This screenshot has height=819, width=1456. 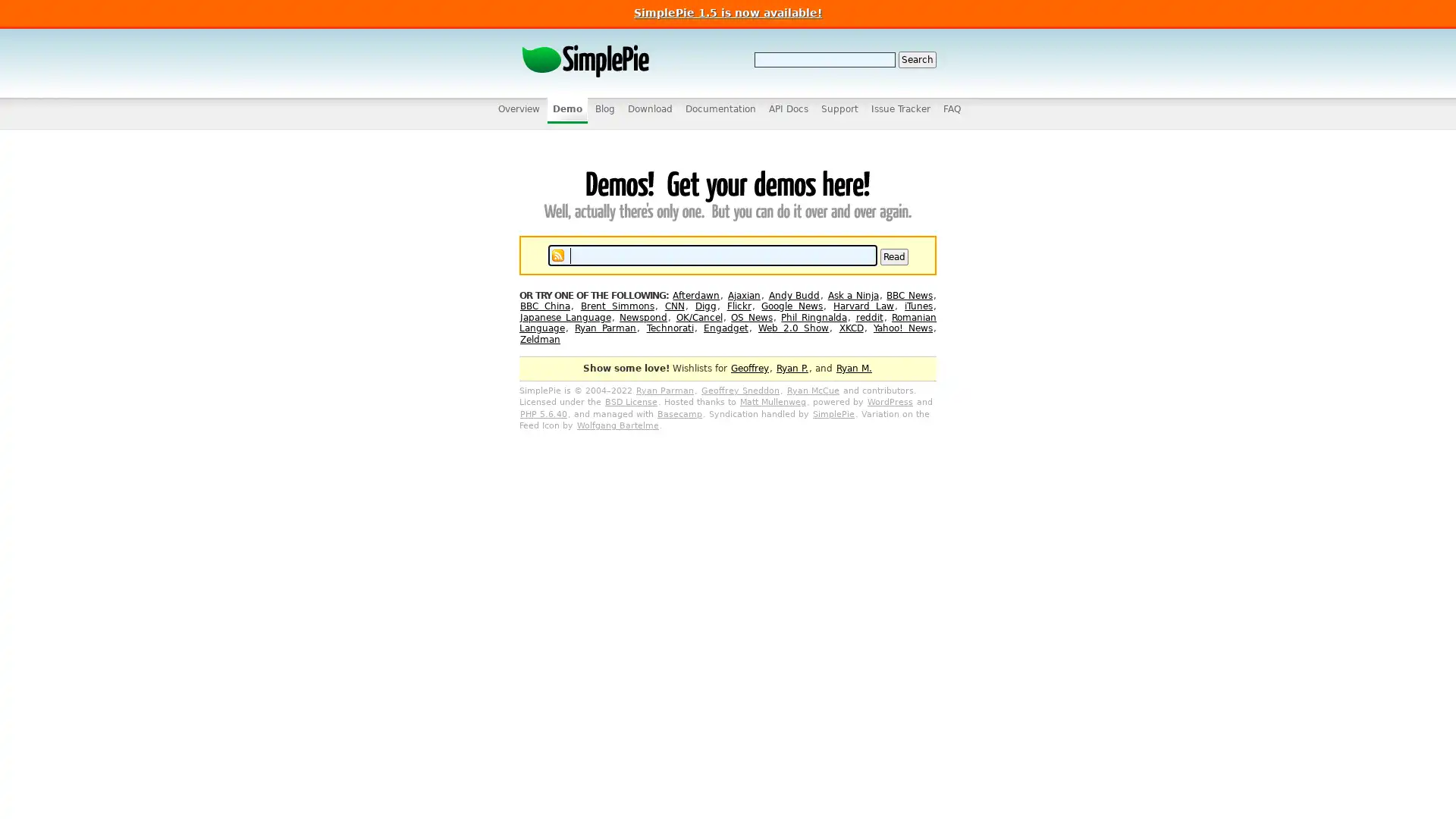 What do you see at coordinates (916, 58) in the screenshot?
I see `Search` at bounding box center [916, 58].